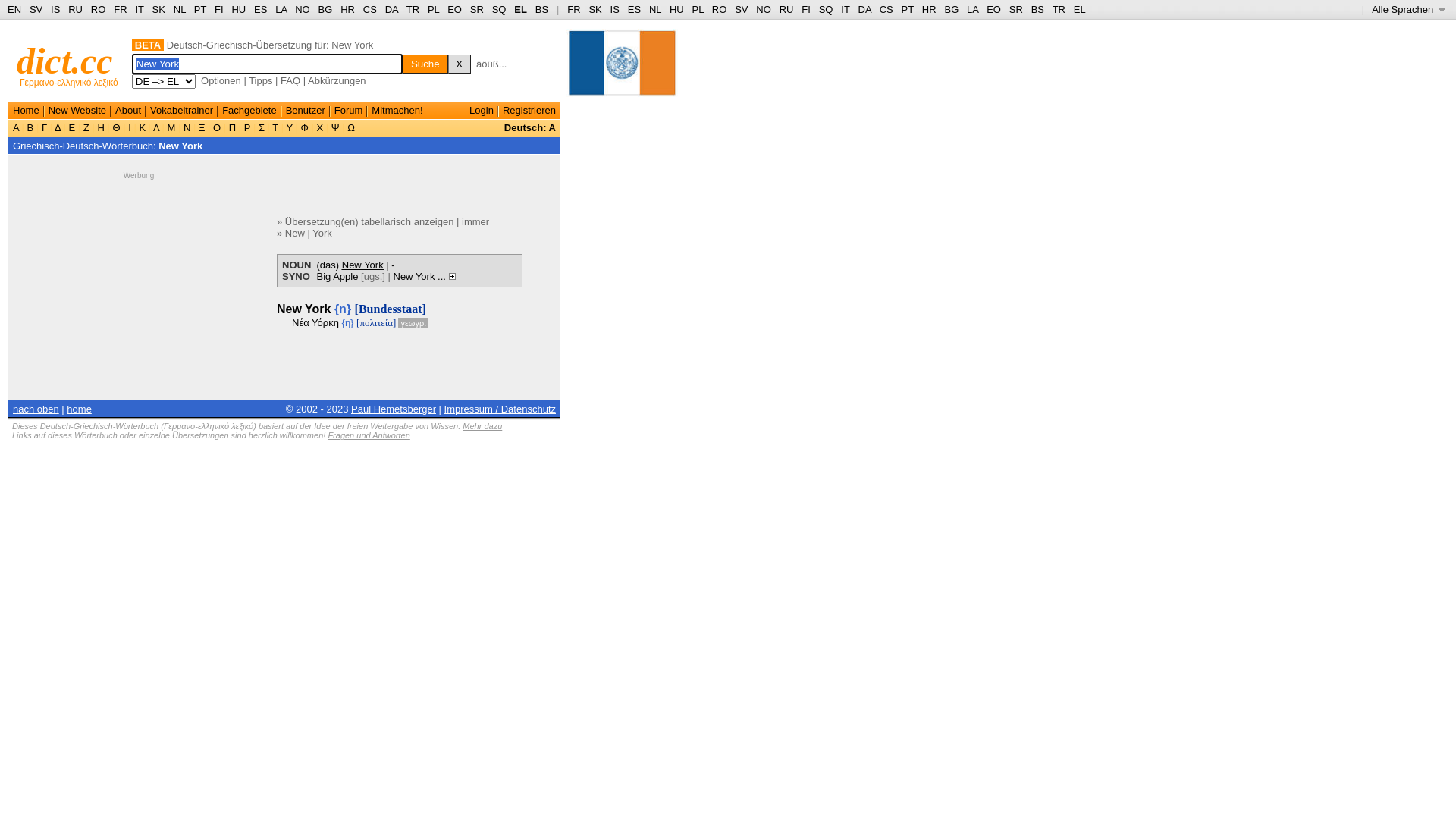  I want to click on 'Mehr dazu', so click(481, 426).